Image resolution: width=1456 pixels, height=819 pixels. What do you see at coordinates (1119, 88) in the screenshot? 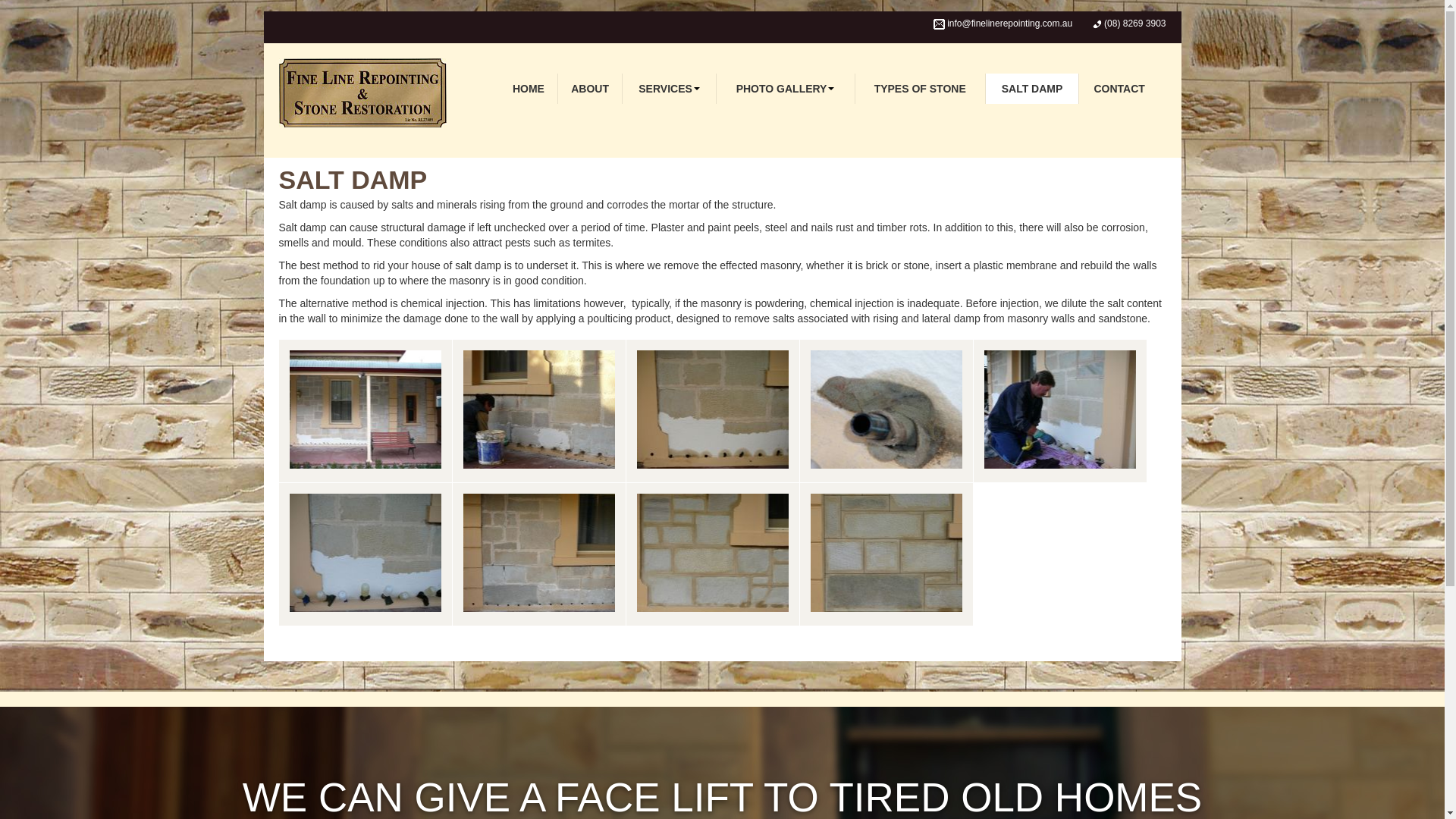
I see `'CONTACT'` at bounding box center [1119, 88].